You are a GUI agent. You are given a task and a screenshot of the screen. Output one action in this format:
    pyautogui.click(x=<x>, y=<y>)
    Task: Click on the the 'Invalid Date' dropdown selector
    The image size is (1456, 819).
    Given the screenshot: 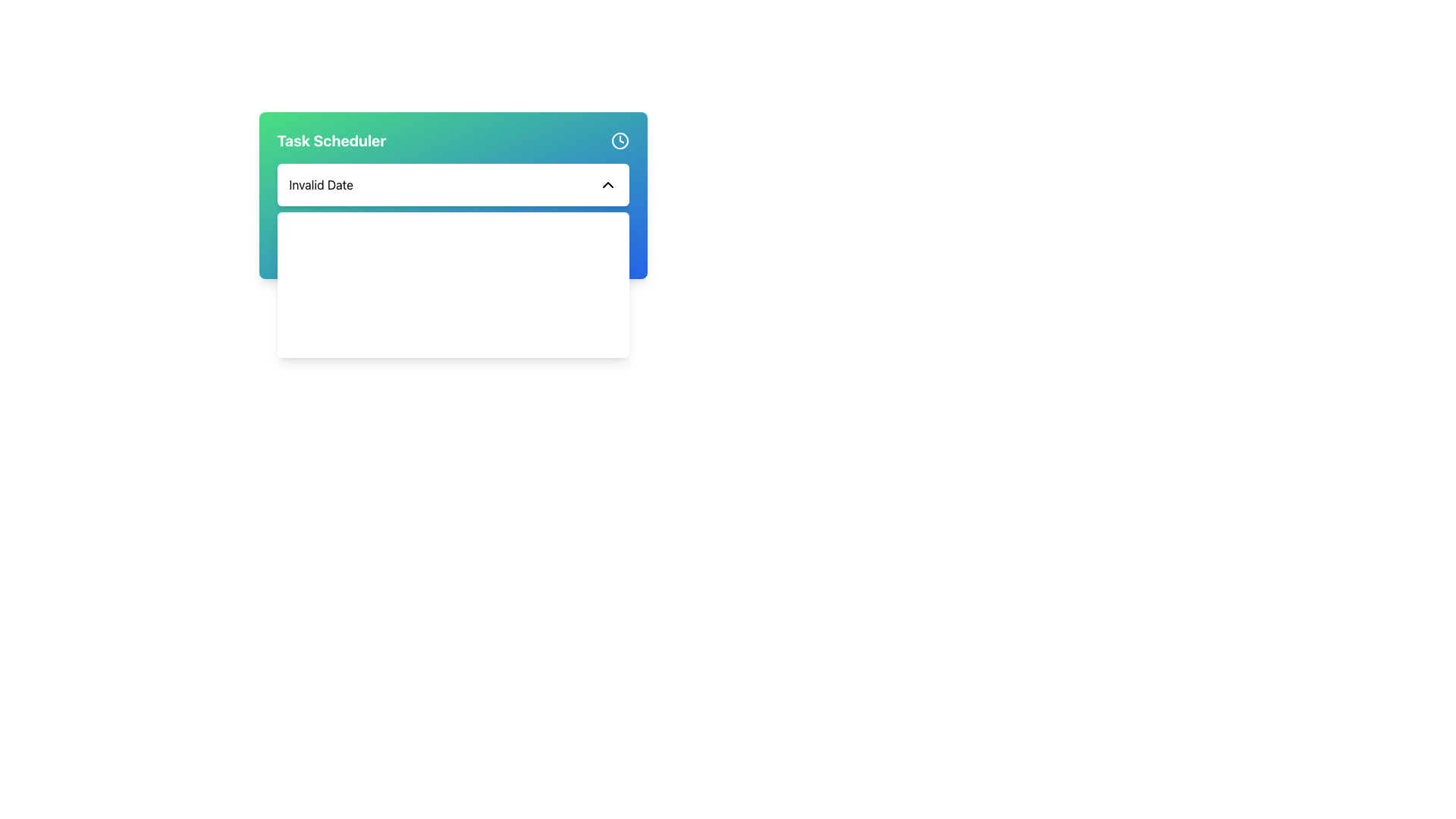 What is the action you would take?
    pyautogui.click(x=452, y=184)
    